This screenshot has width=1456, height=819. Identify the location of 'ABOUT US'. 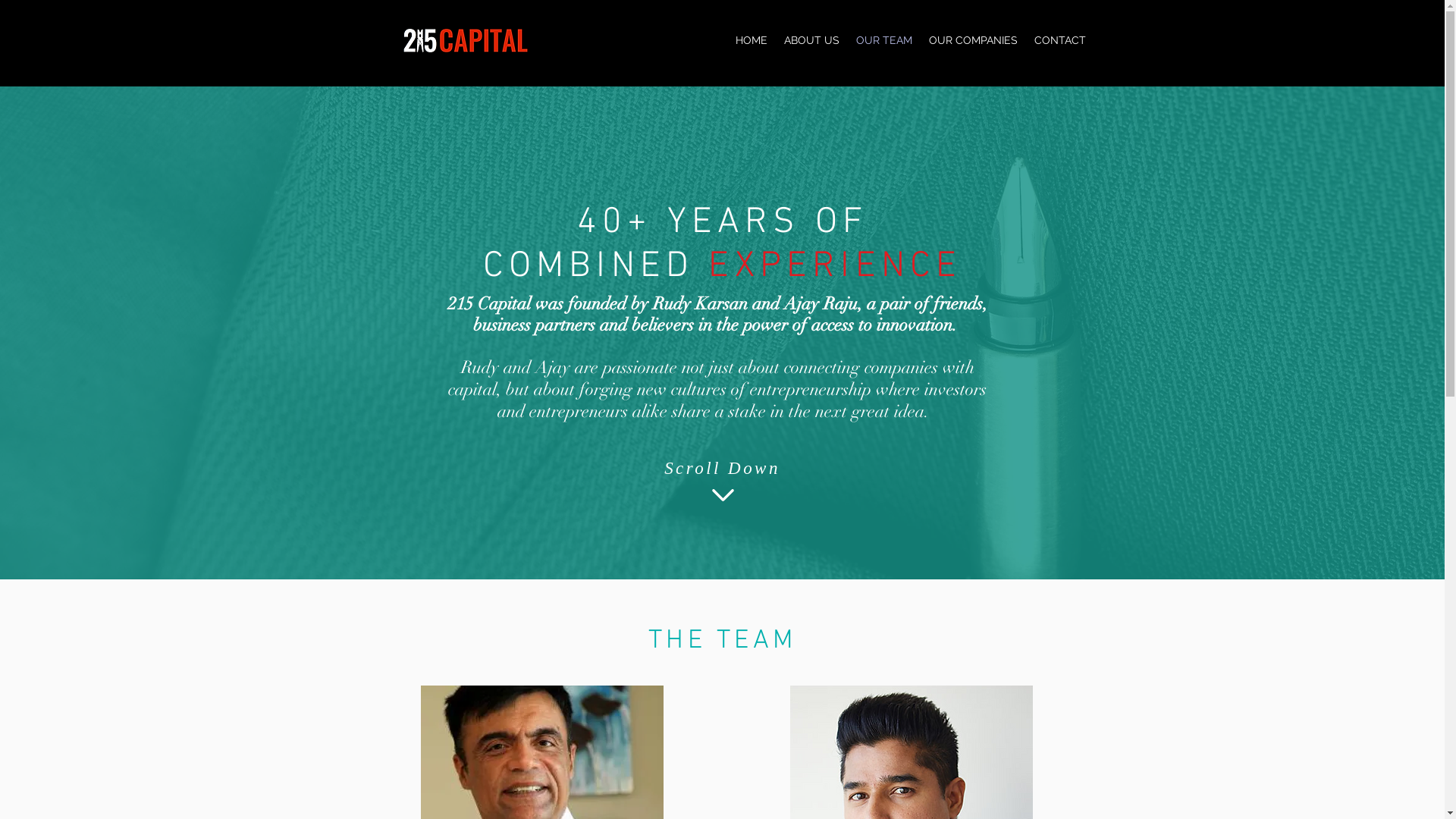
(810, 39).